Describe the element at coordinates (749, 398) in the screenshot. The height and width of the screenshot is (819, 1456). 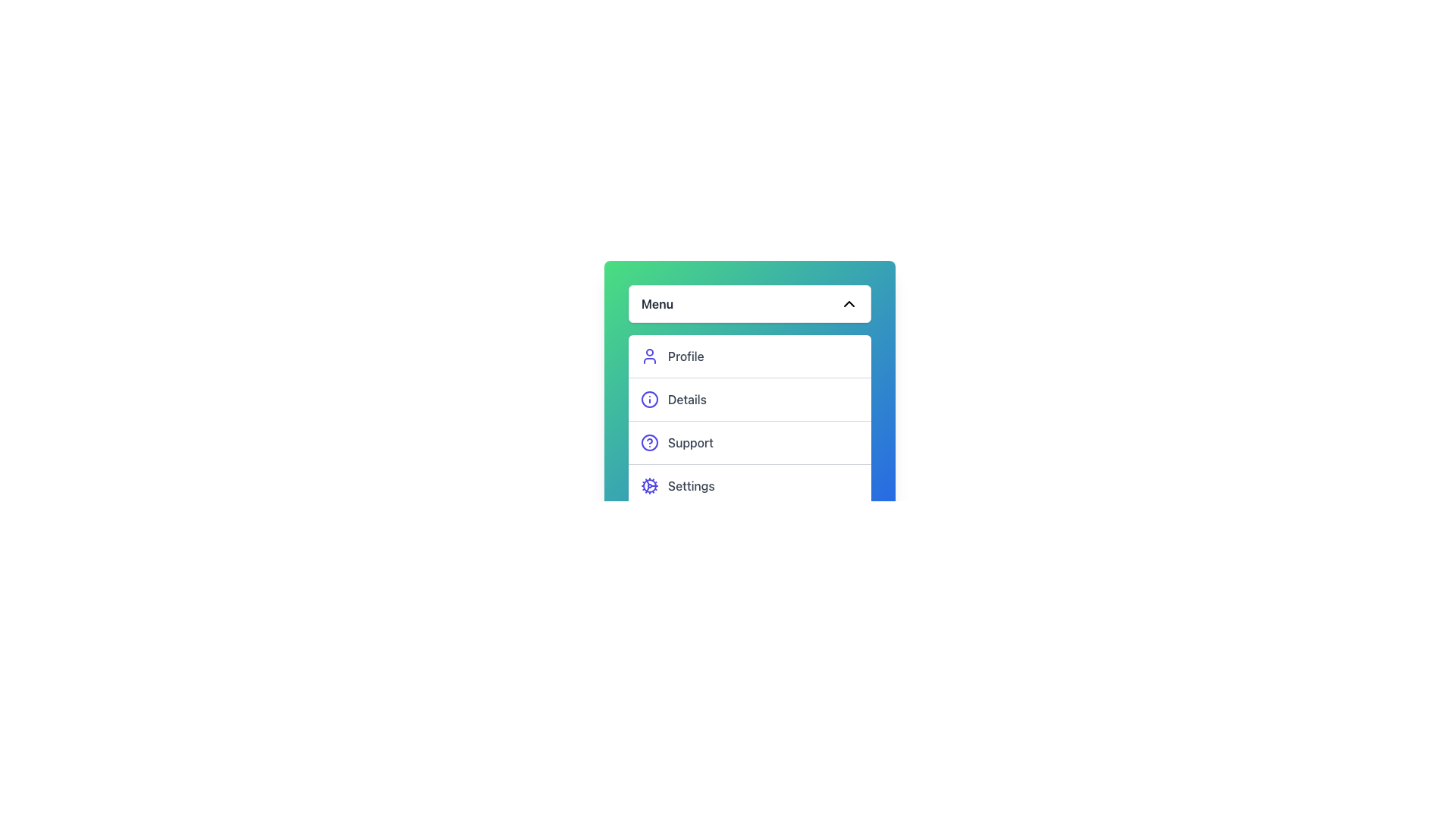
I see `the second button in the vertical list` at that location.